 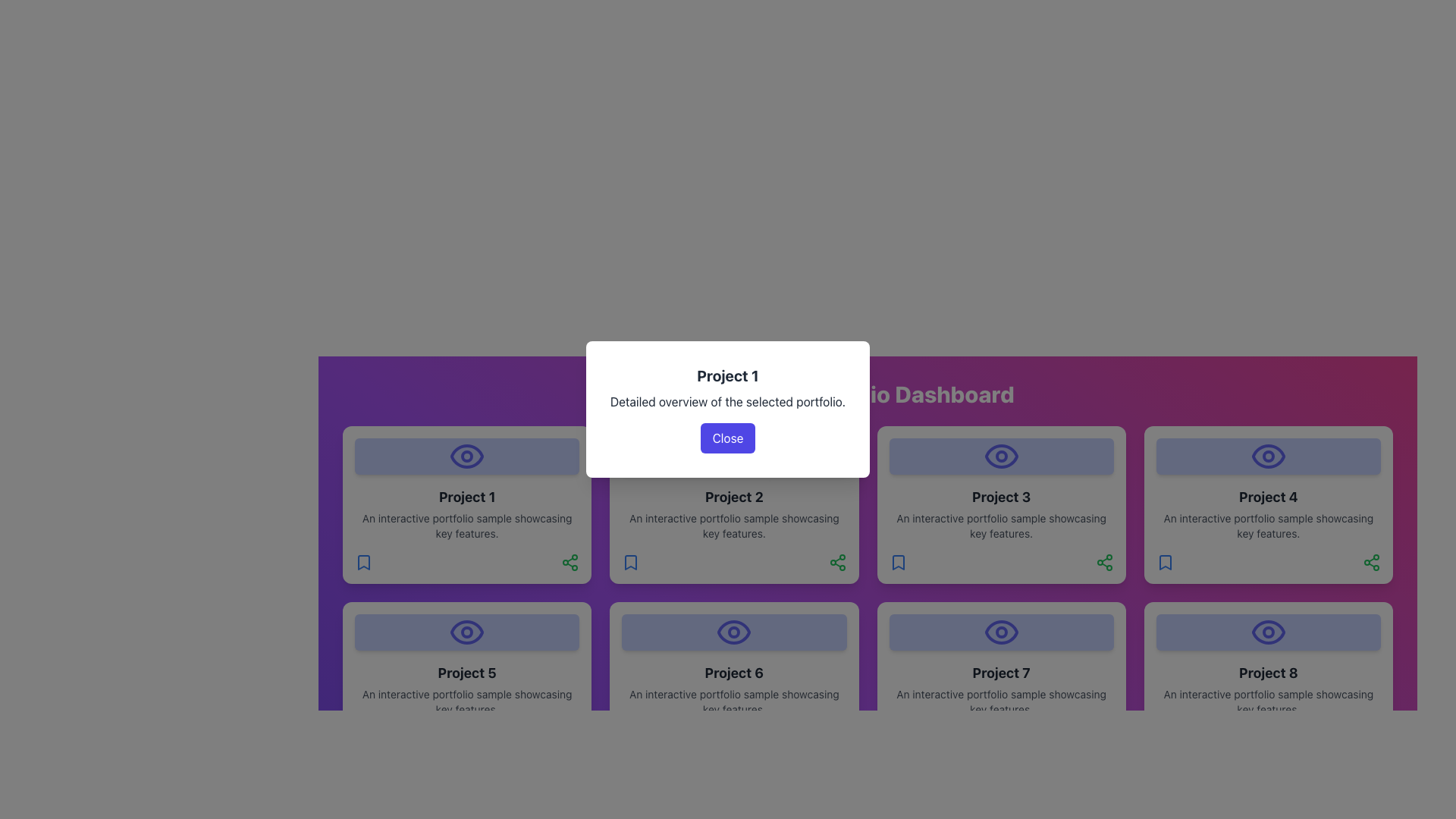 I want to click on the text label that reads 'Project 4', which is styled with a bold font and dark gray color, located in the card layout near the top-middle, so click(x=1268, y=497).